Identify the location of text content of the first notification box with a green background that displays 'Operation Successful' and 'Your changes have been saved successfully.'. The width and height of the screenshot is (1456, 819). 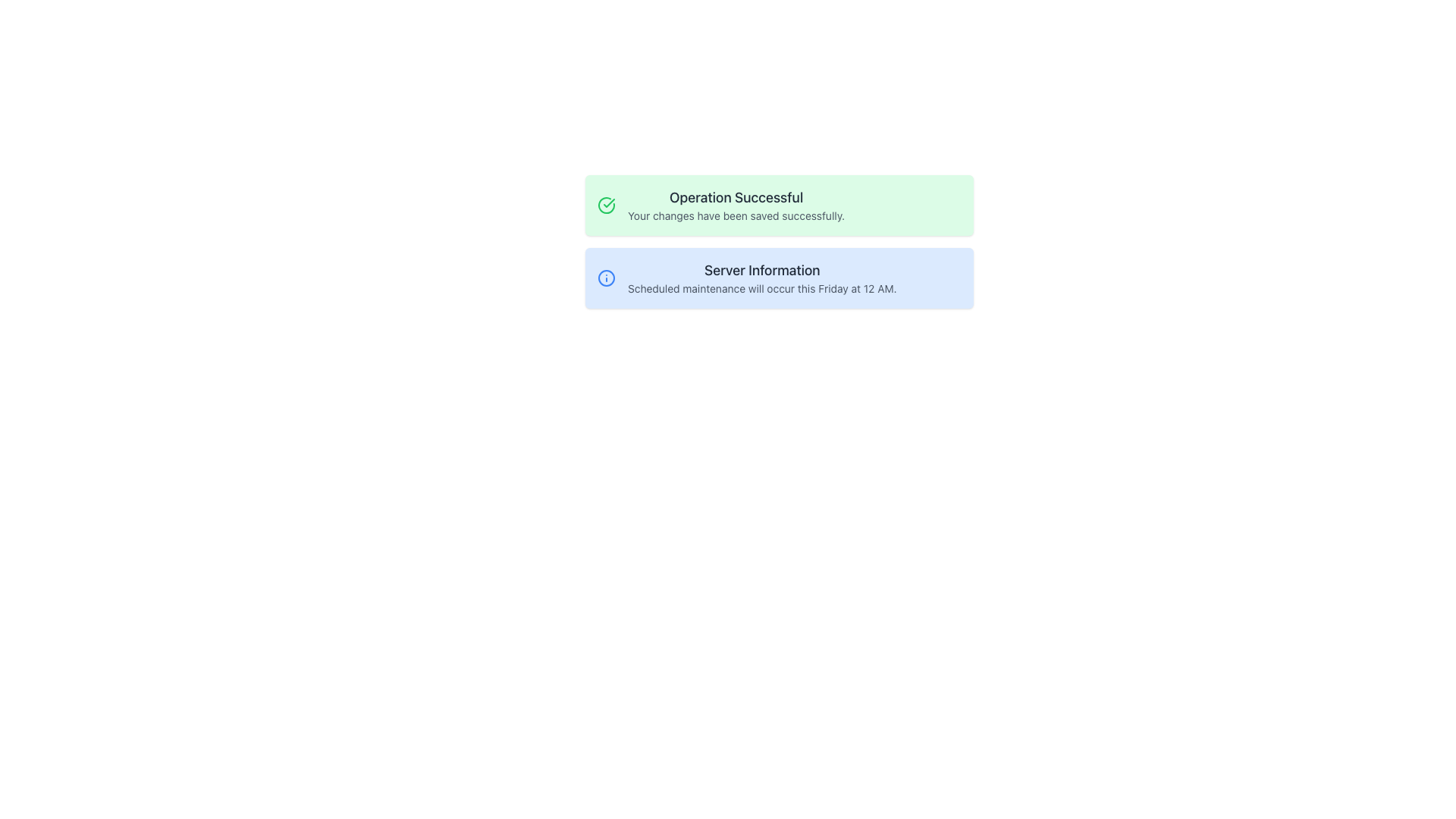
(779, 205).